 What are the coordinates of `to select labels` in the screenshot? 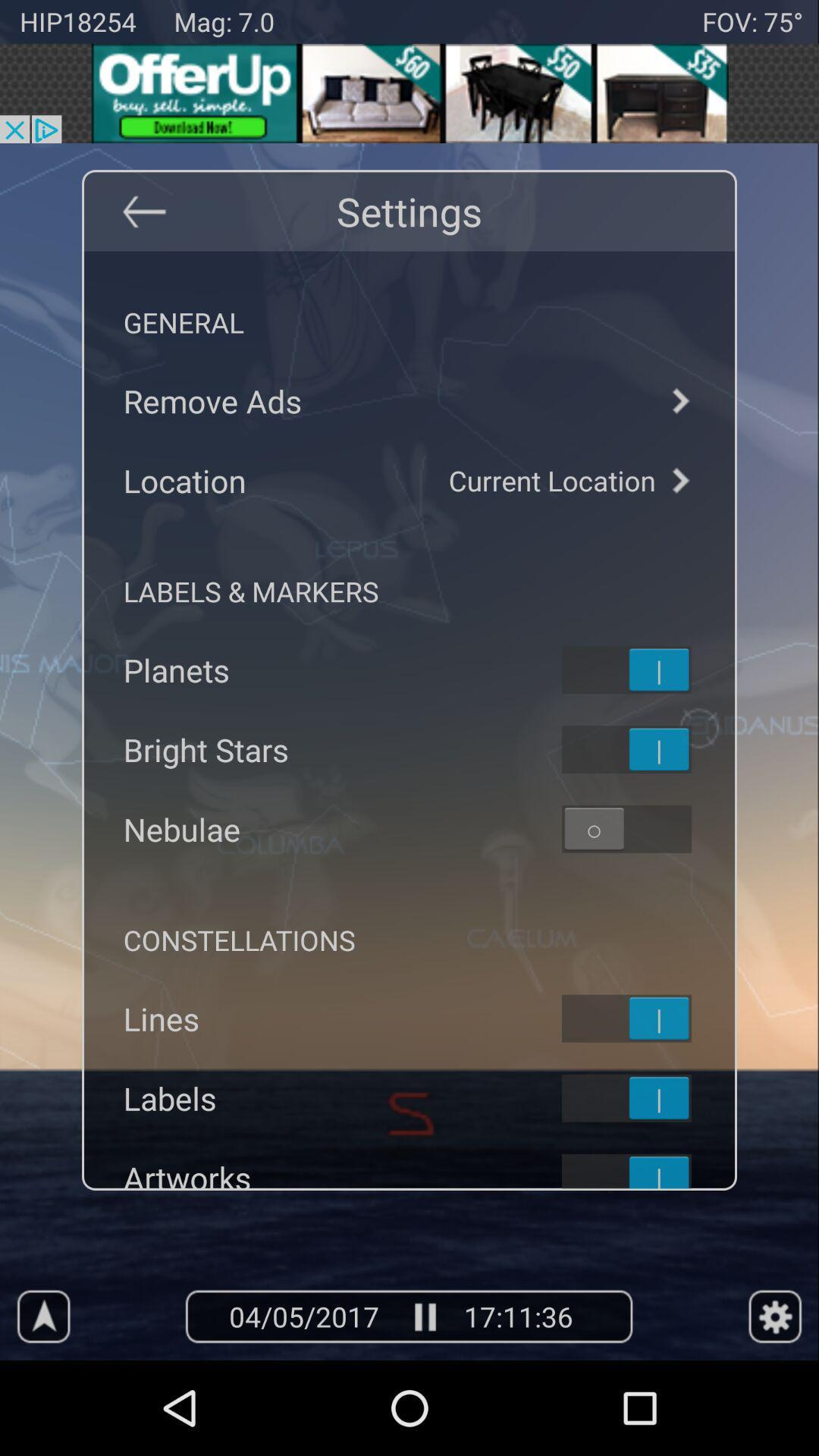 It's located at (646, 1098).